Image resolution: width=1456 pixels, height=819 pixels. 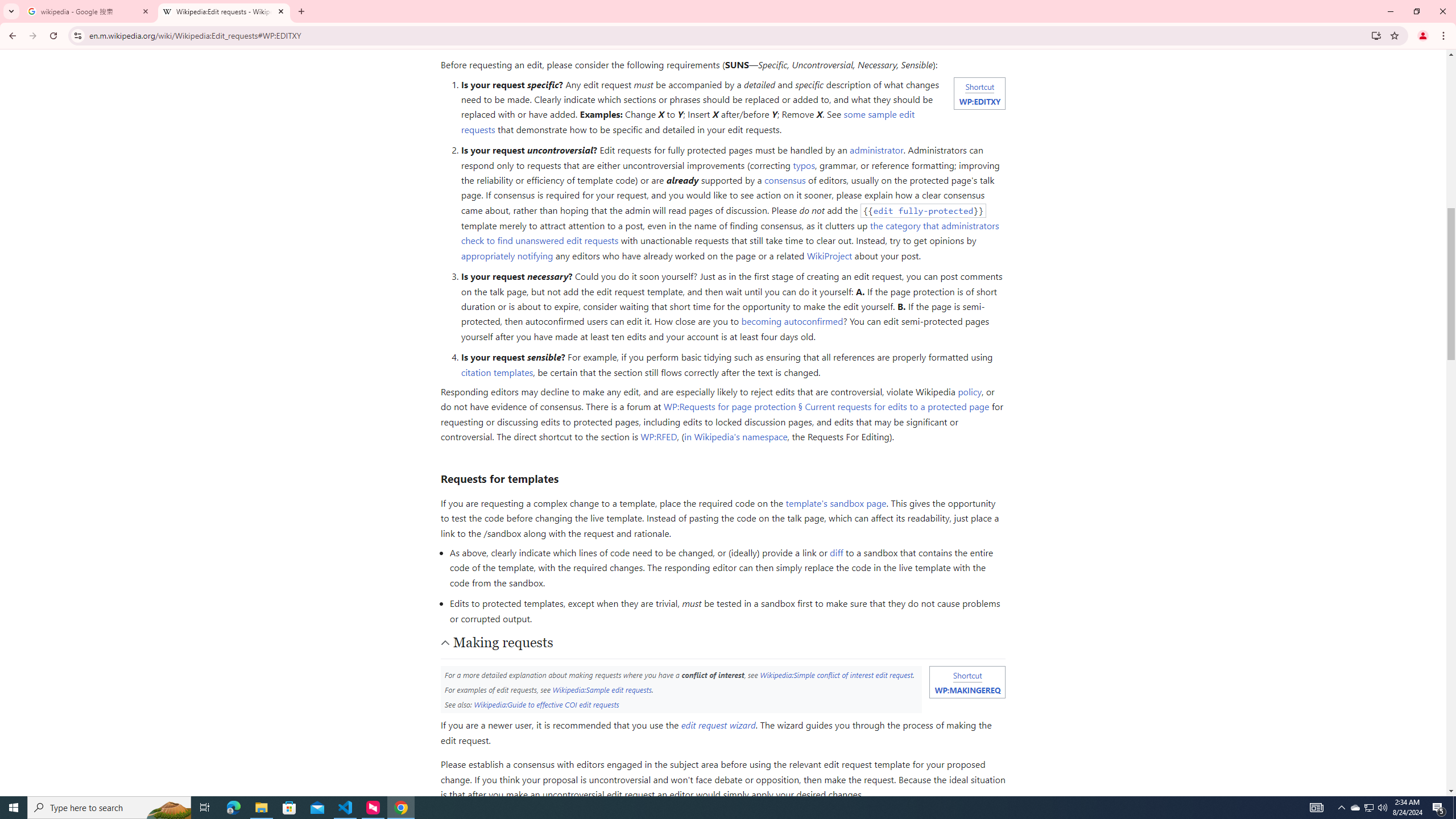 What do you see at coordinates (32, 35) in the screenshot?
I see `'Forward'` at bounding box center [32, 35].